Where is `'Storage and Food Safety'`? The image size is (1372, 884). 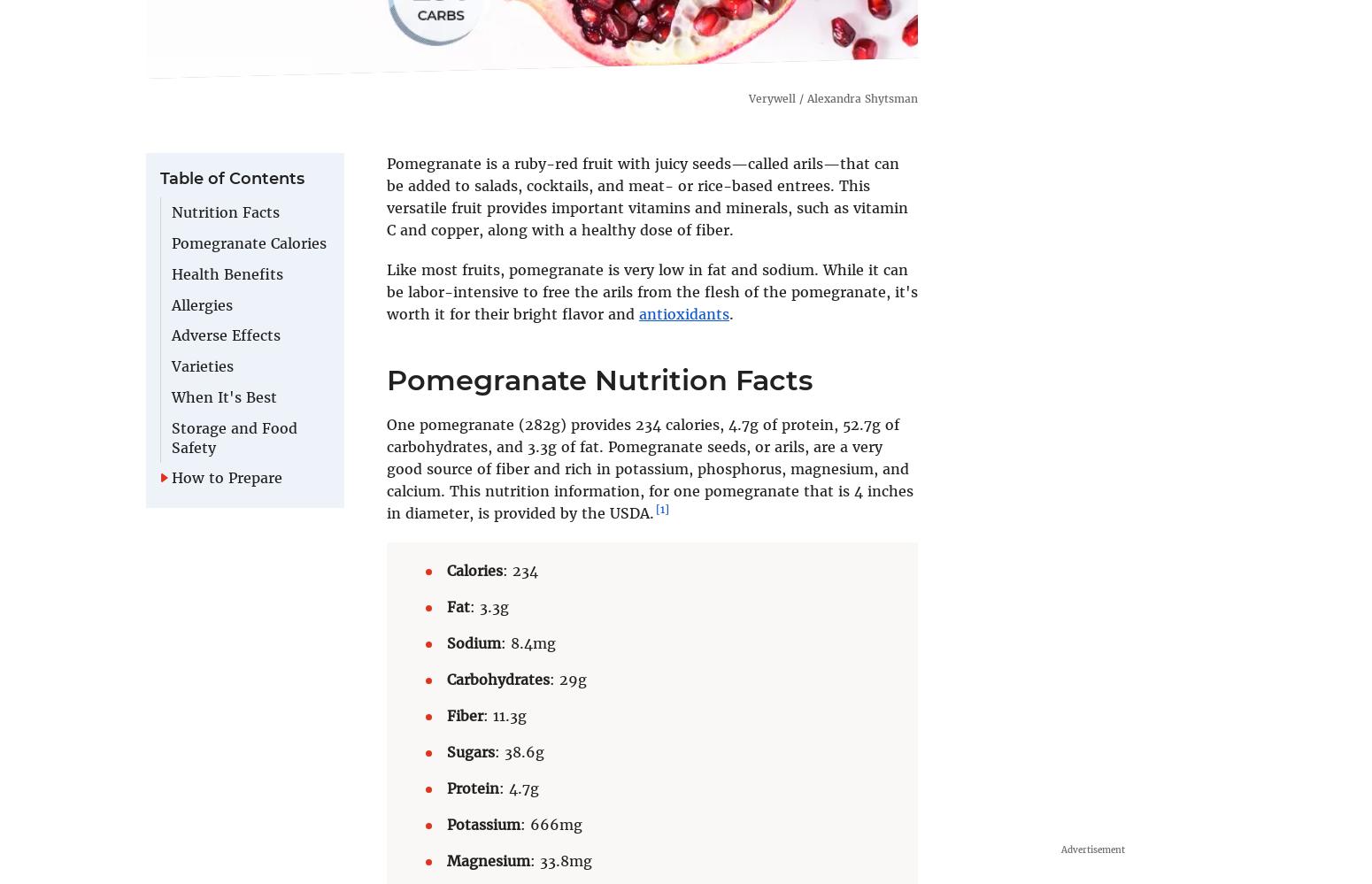
'Storage and Food Safety' is located at coordinates (171, 437).